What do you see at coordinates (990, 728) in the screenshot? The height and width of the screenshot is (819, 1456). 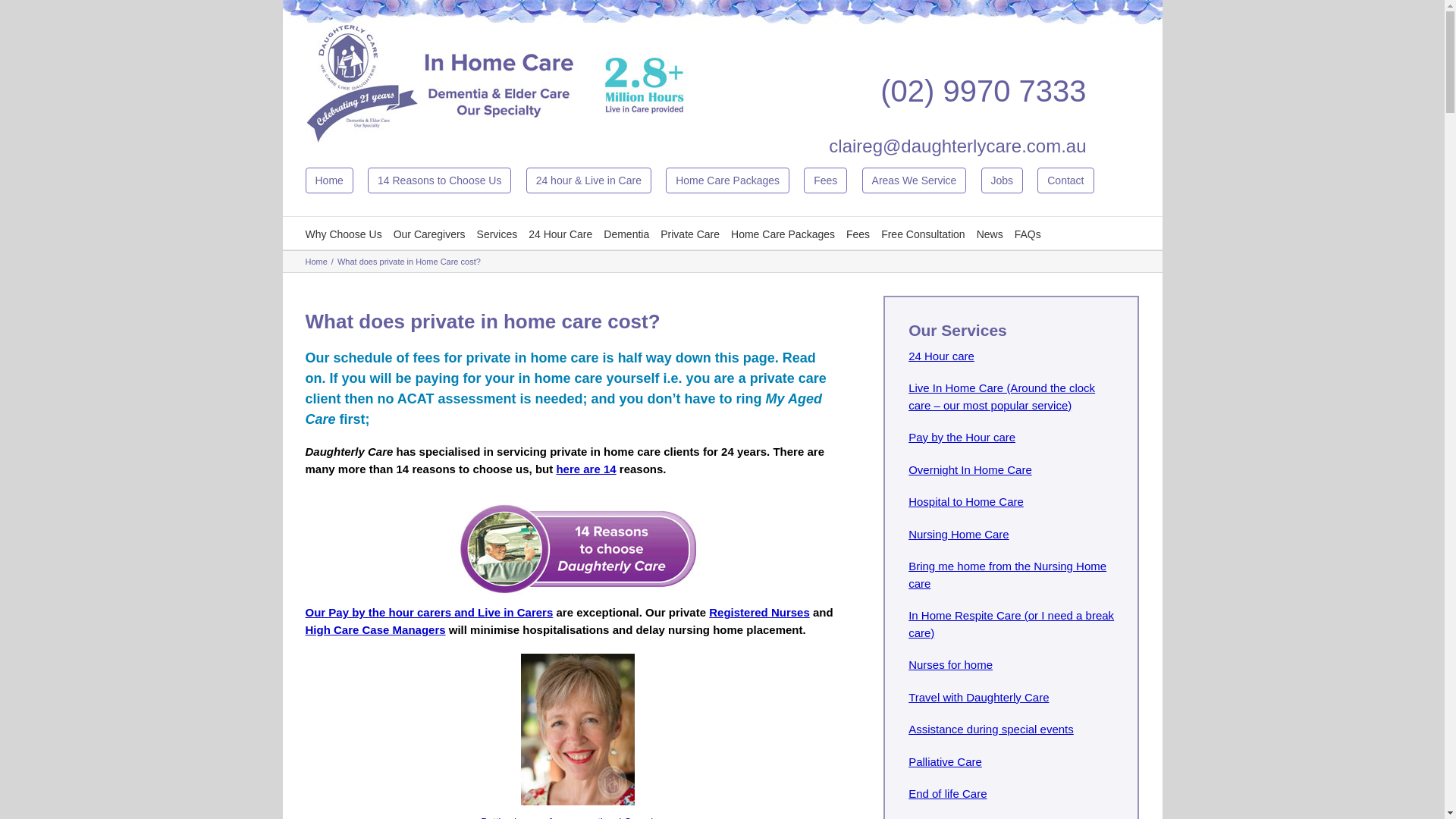 I see `'Assistance during special events'` at bounding box center [990, 728].